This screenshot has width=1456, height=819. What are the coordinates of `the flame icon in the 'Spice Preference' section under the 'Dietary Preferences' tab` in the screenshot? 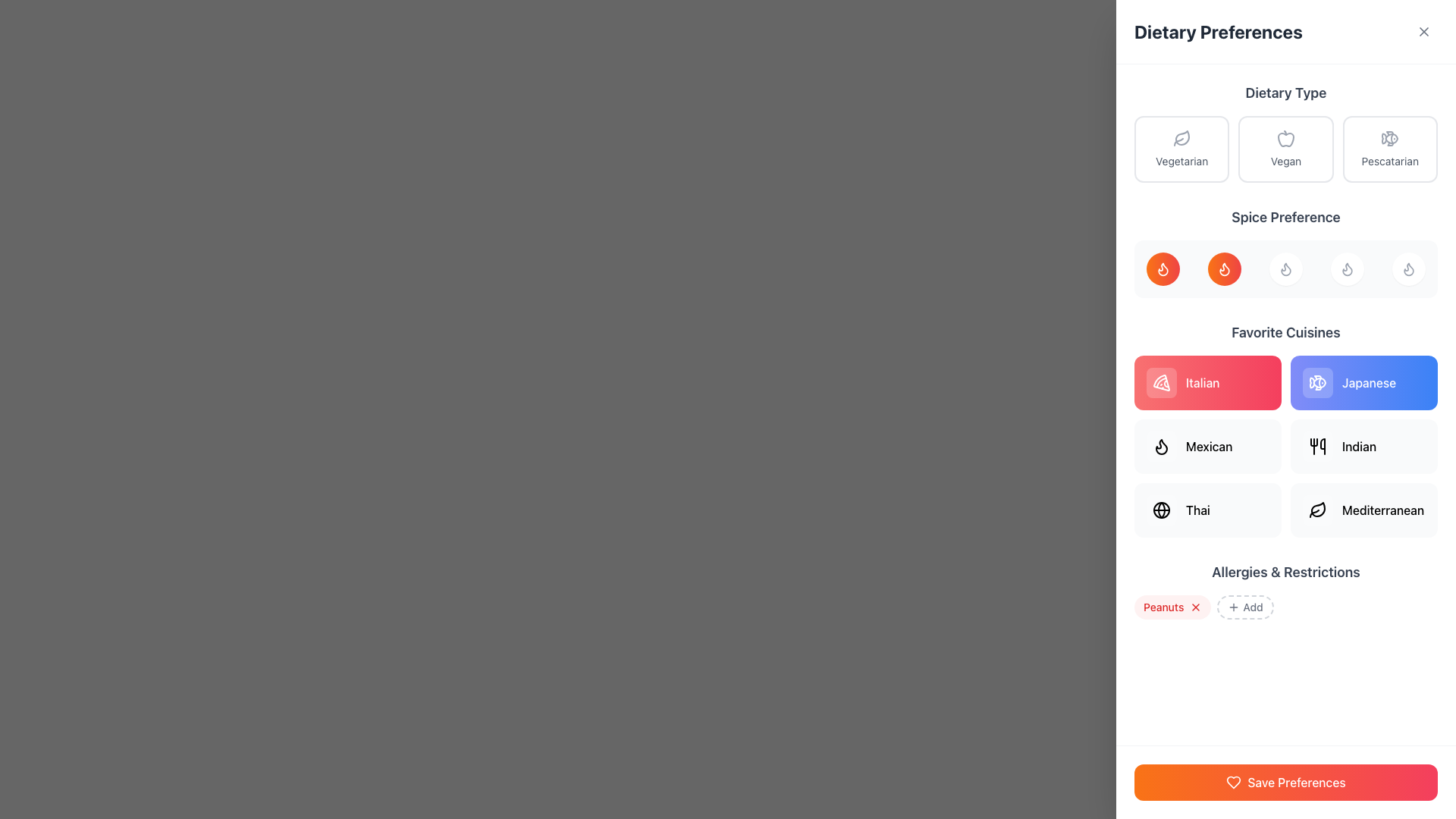 It's located at (1407, 268).